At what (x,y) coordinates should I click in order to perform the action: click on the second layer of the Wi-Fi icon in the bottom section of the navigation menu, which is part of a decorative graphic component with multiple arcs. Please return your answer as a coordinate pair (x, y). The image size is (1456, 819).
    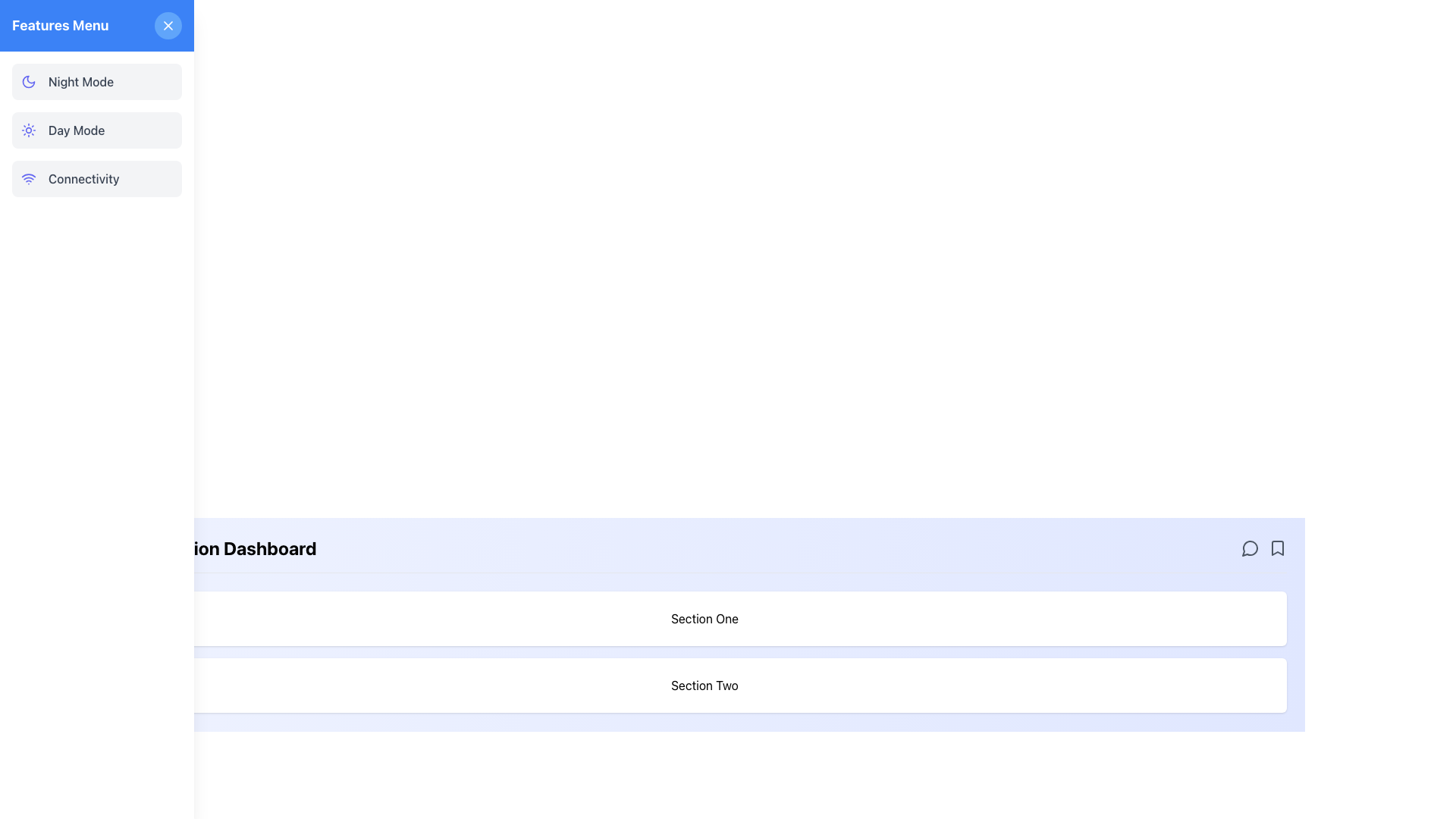
    Looking at the image, I should click on (29, 174).